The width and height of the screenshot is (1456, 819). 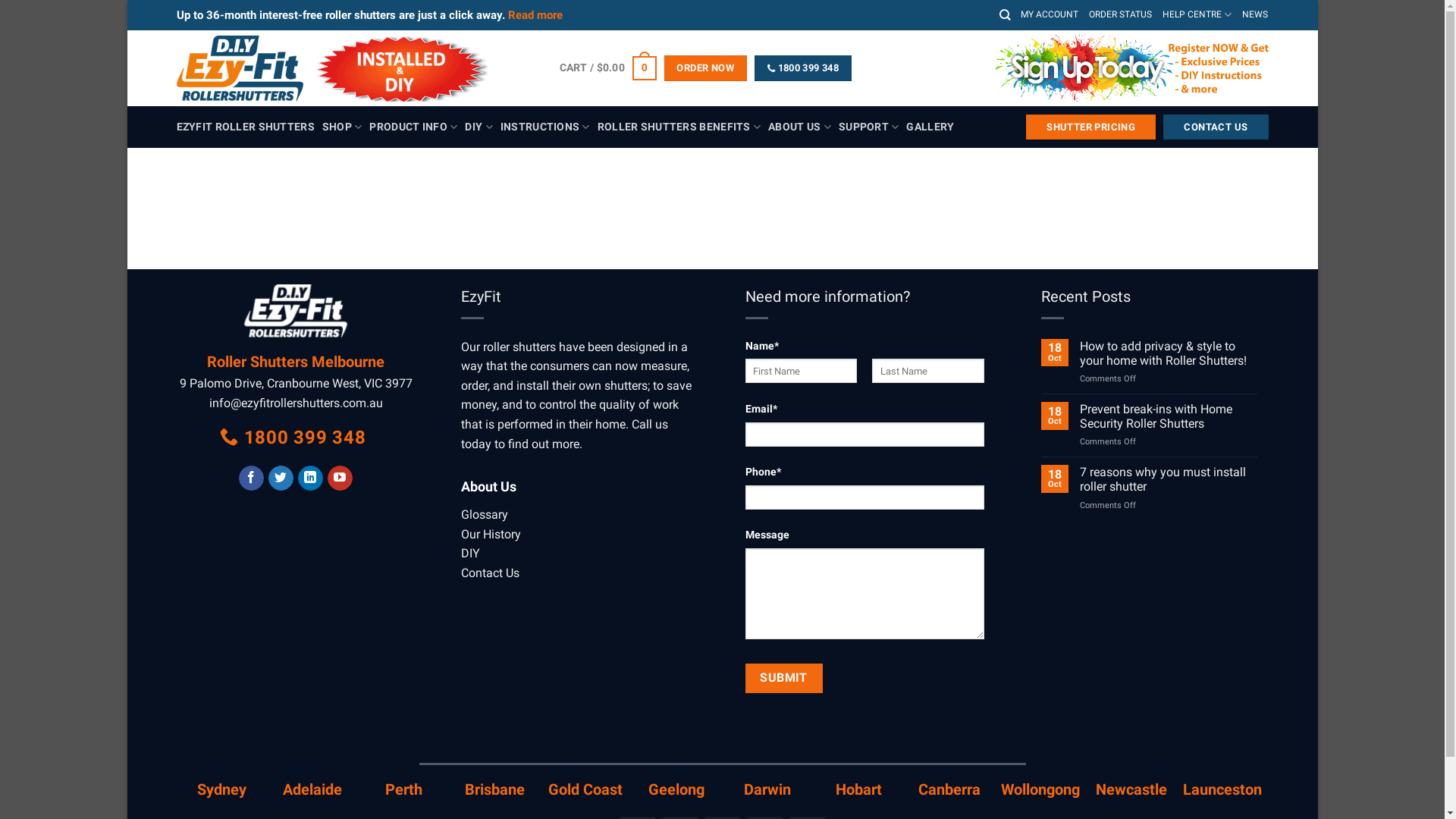 What do you see at coordinates (294, 438) in the screenshot?
I see `'1800 399 348'` at bounding box center [294, 438].